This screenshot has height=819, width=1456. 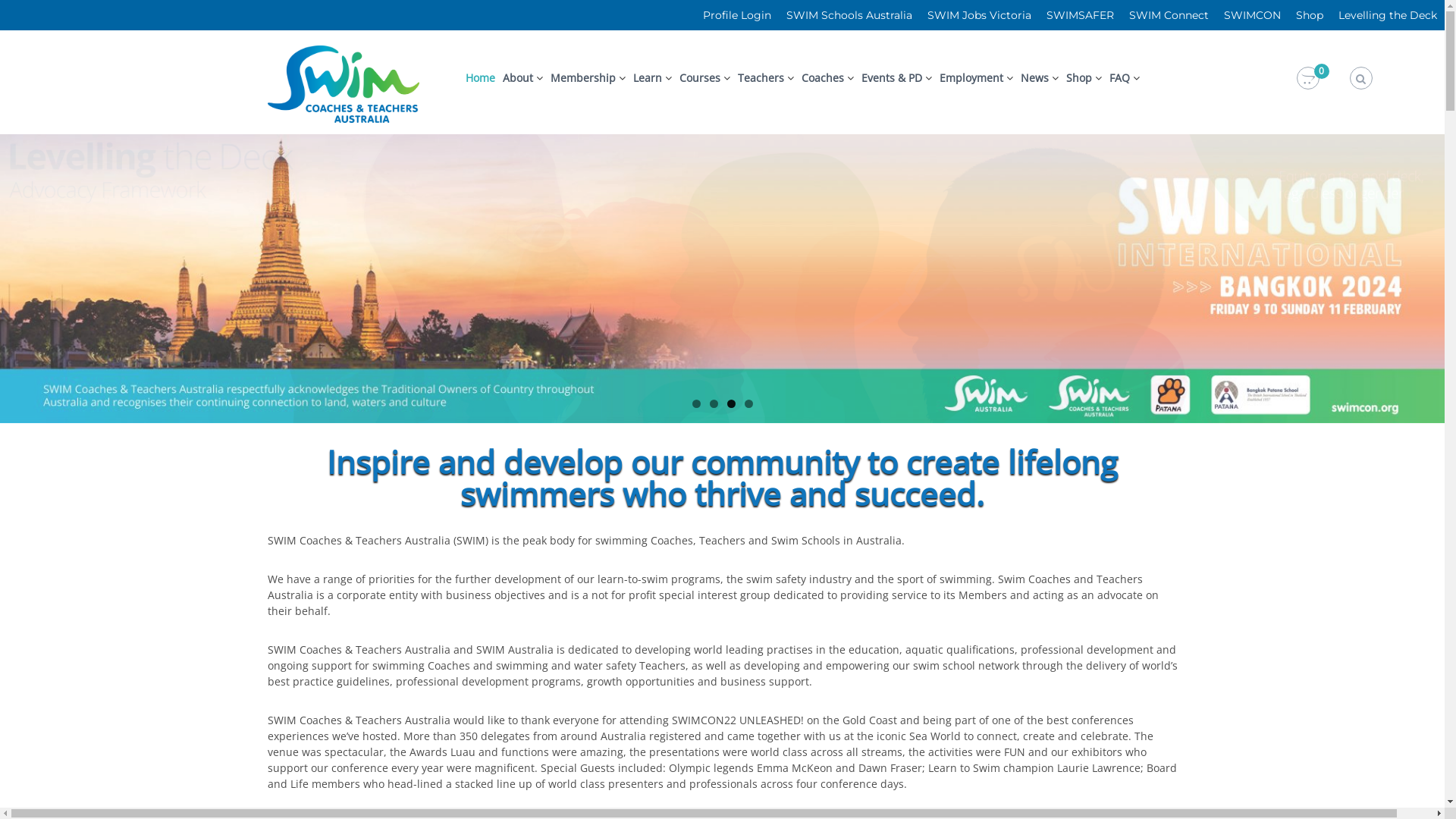 What do you see at coordinates (1216, 14) in the screenshot?
I see `'SWIMCON'` at bounding box center [1216, 14].